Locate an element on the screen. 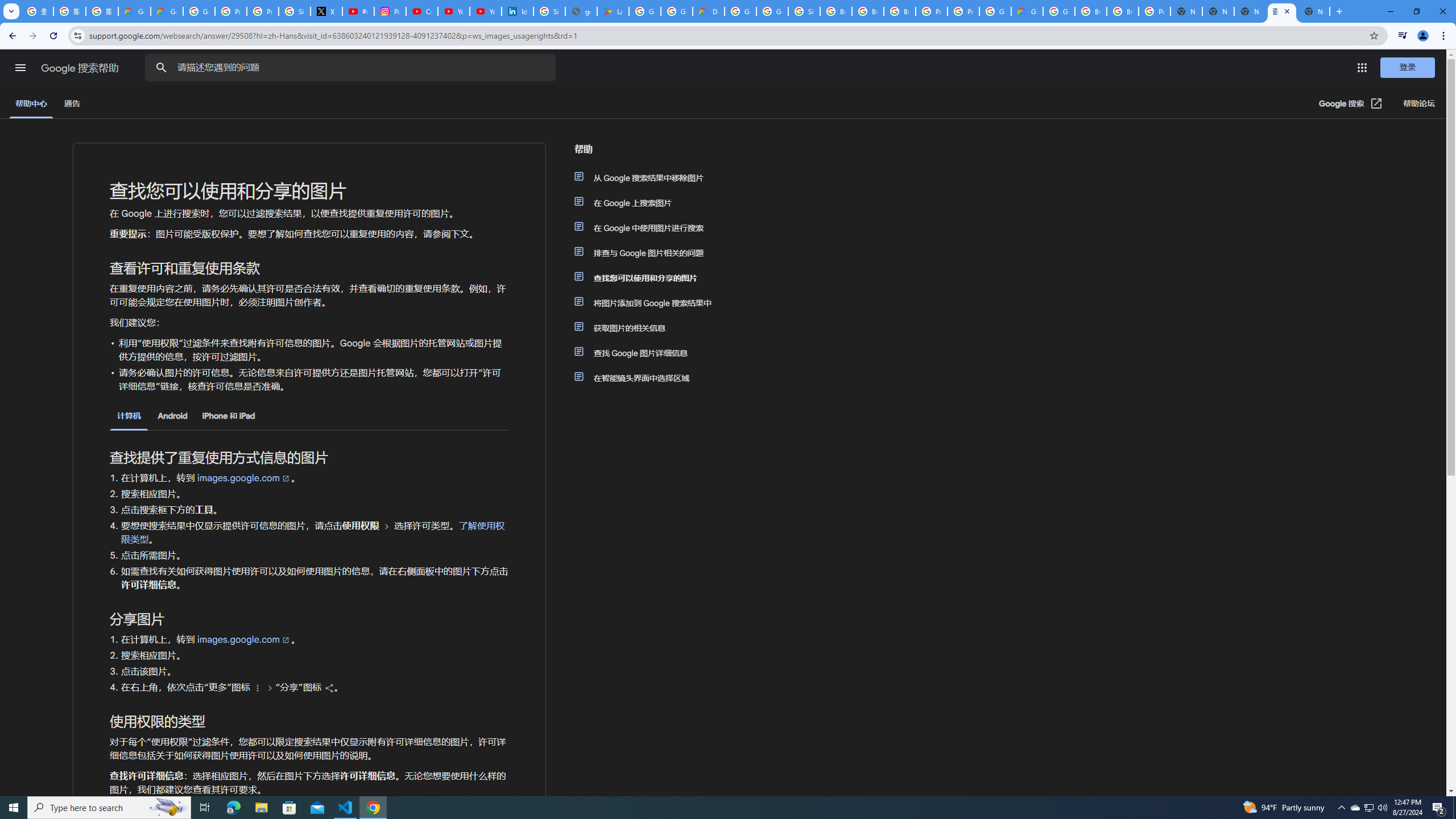 This screenshot has width=1456, height=819. 'Google Workspace - Specific Terms' is located at coordinates (676, 11).